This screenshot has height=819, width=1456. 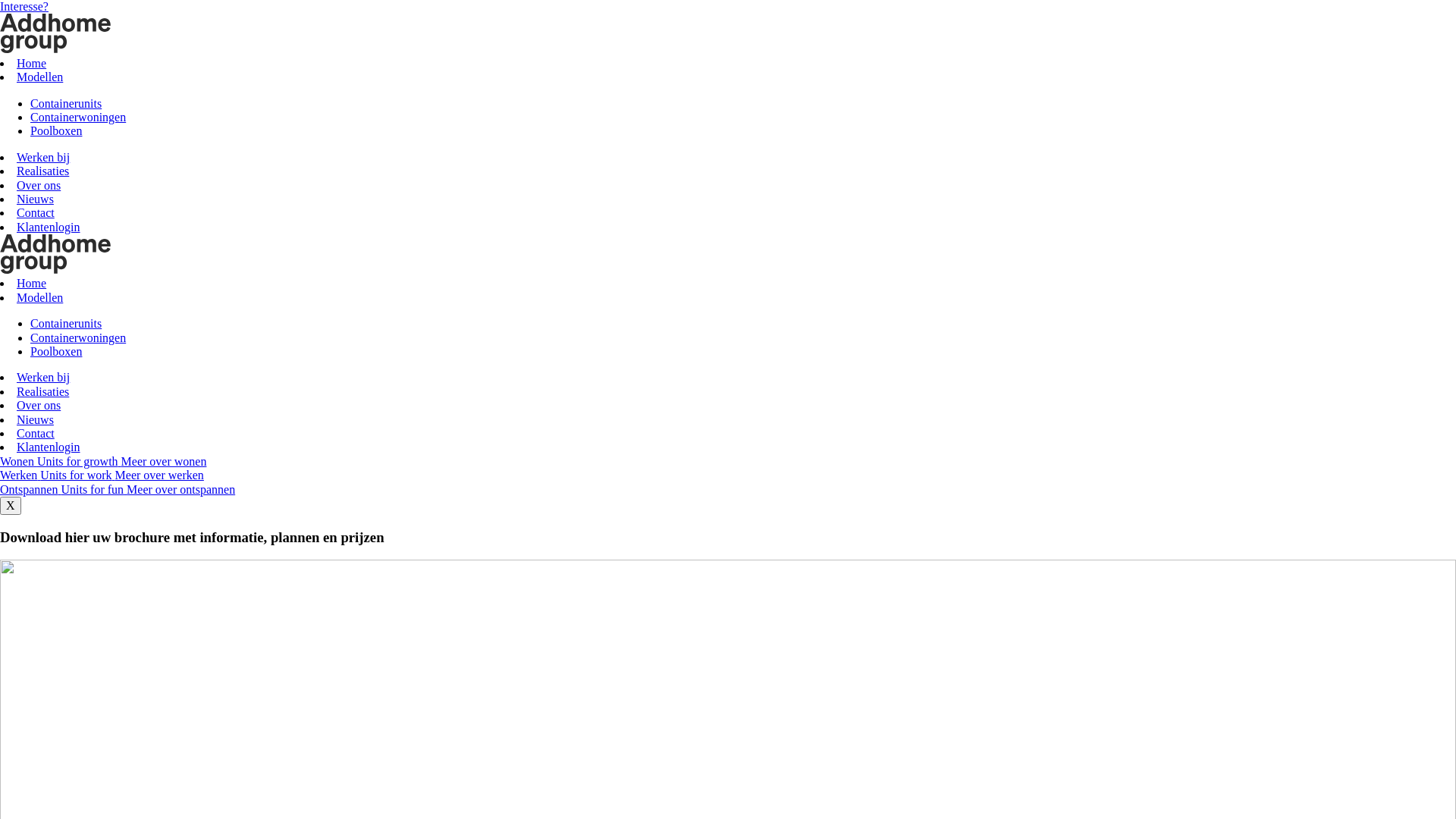 I want to click on 'Klantenlogin', so click(x=48, y=446).